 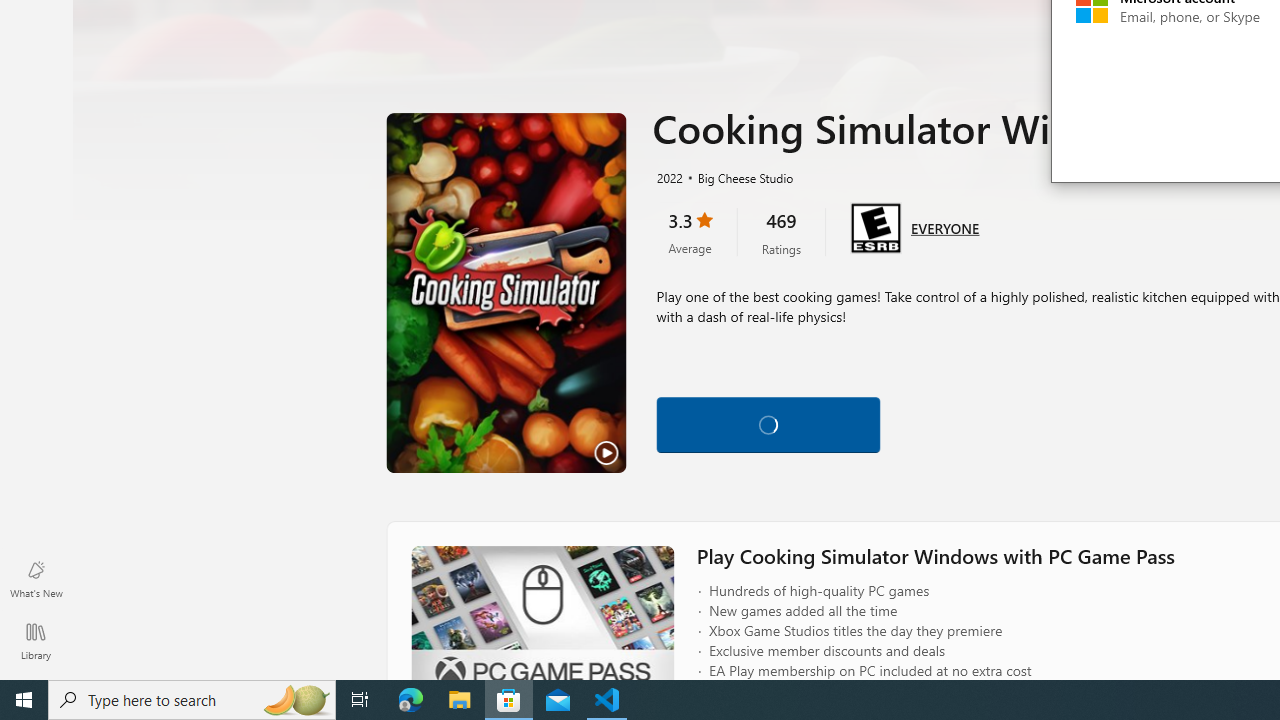 I want to click on 'Big Cheese Studio', so click(x=736, y=176).